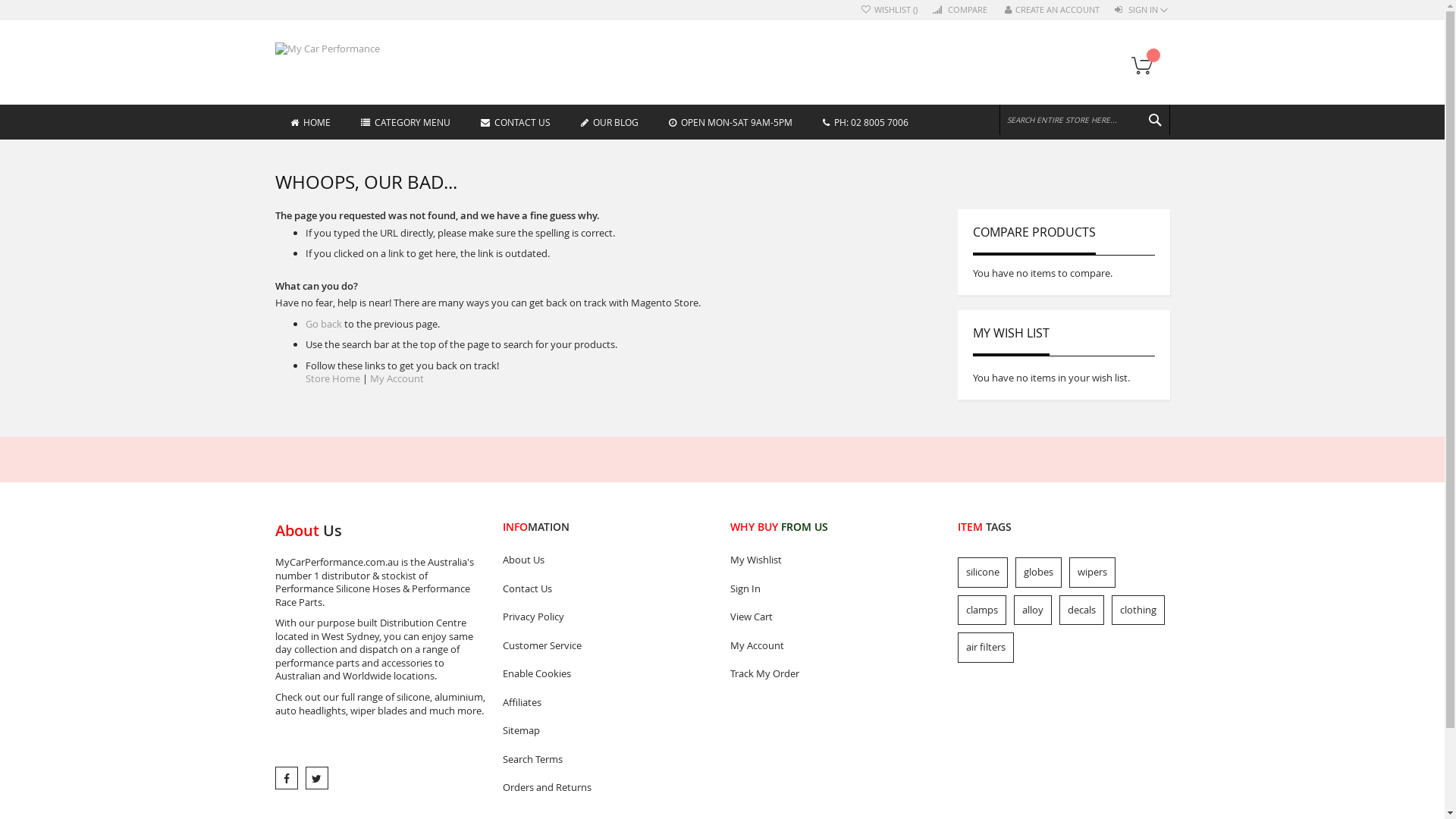 The image size is (1456, 819). Describe the element at coordinates (1138, 608) in the screenshot. I see `'clothing'` at that location.